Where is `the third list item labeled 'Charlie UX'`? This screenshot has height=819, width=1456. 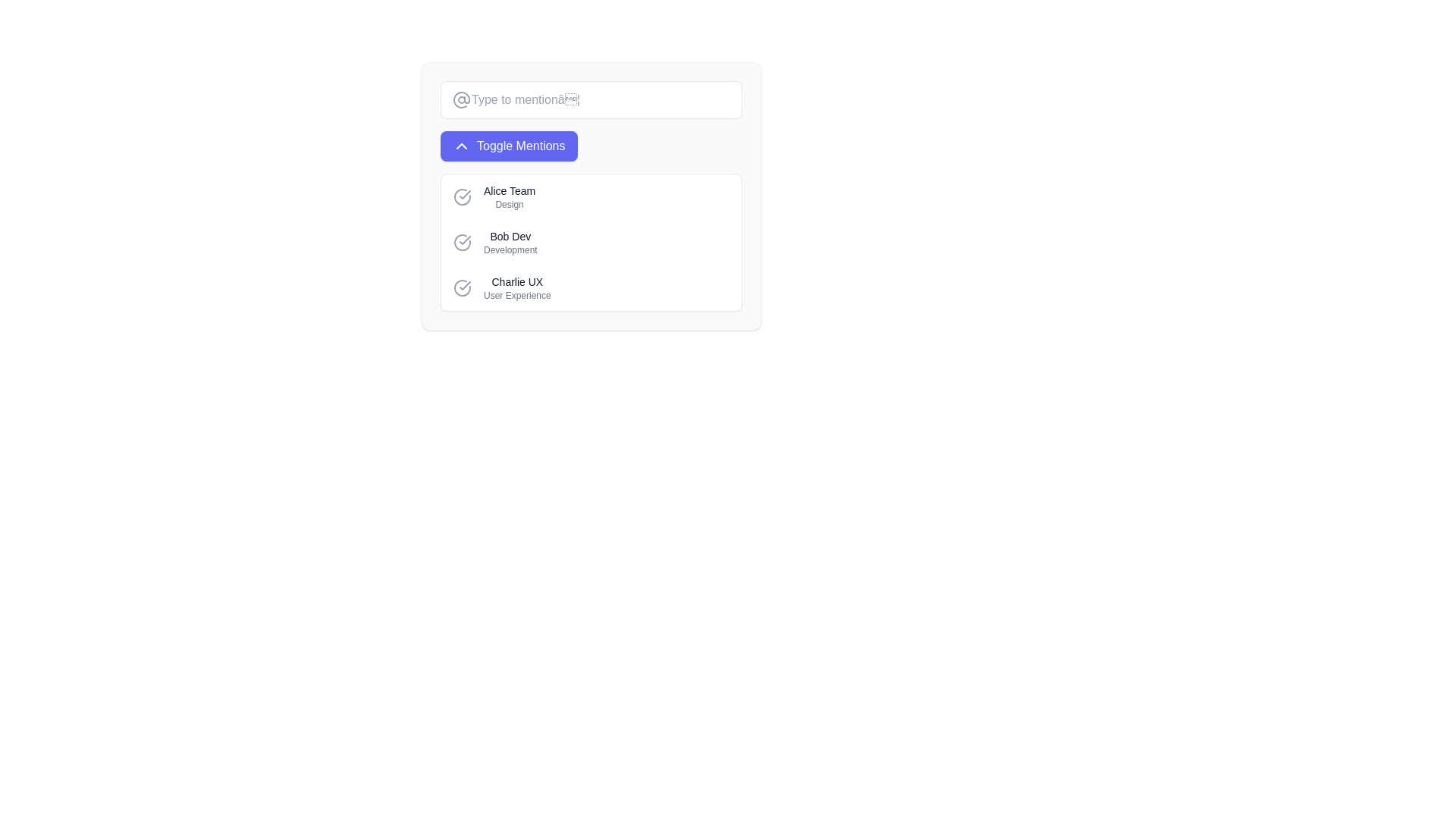
the third list item labeled 'Charlie UX' is located at coordinates (590, 288).